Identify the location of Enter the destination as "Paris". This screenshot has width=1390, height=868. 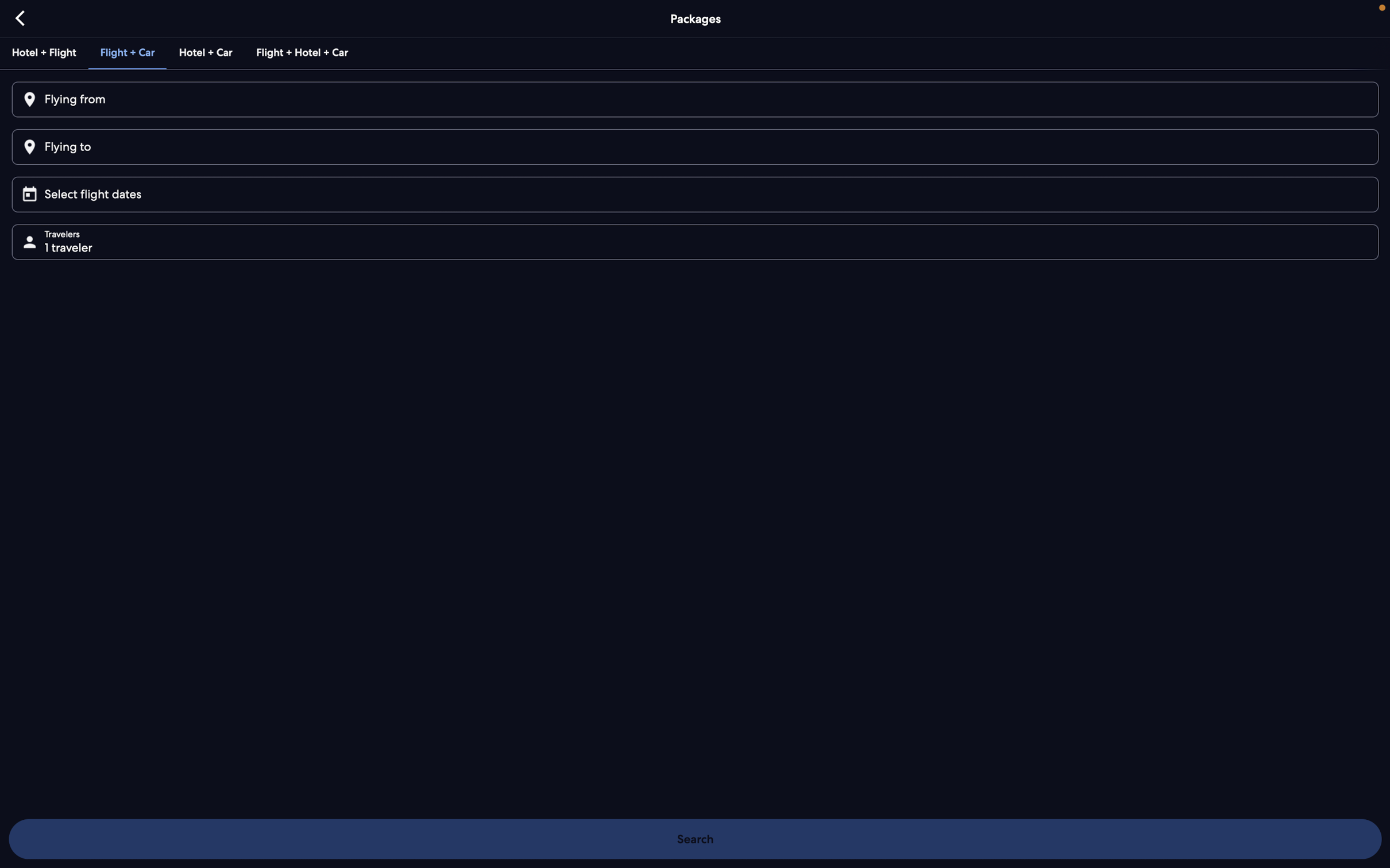
(693, 146).